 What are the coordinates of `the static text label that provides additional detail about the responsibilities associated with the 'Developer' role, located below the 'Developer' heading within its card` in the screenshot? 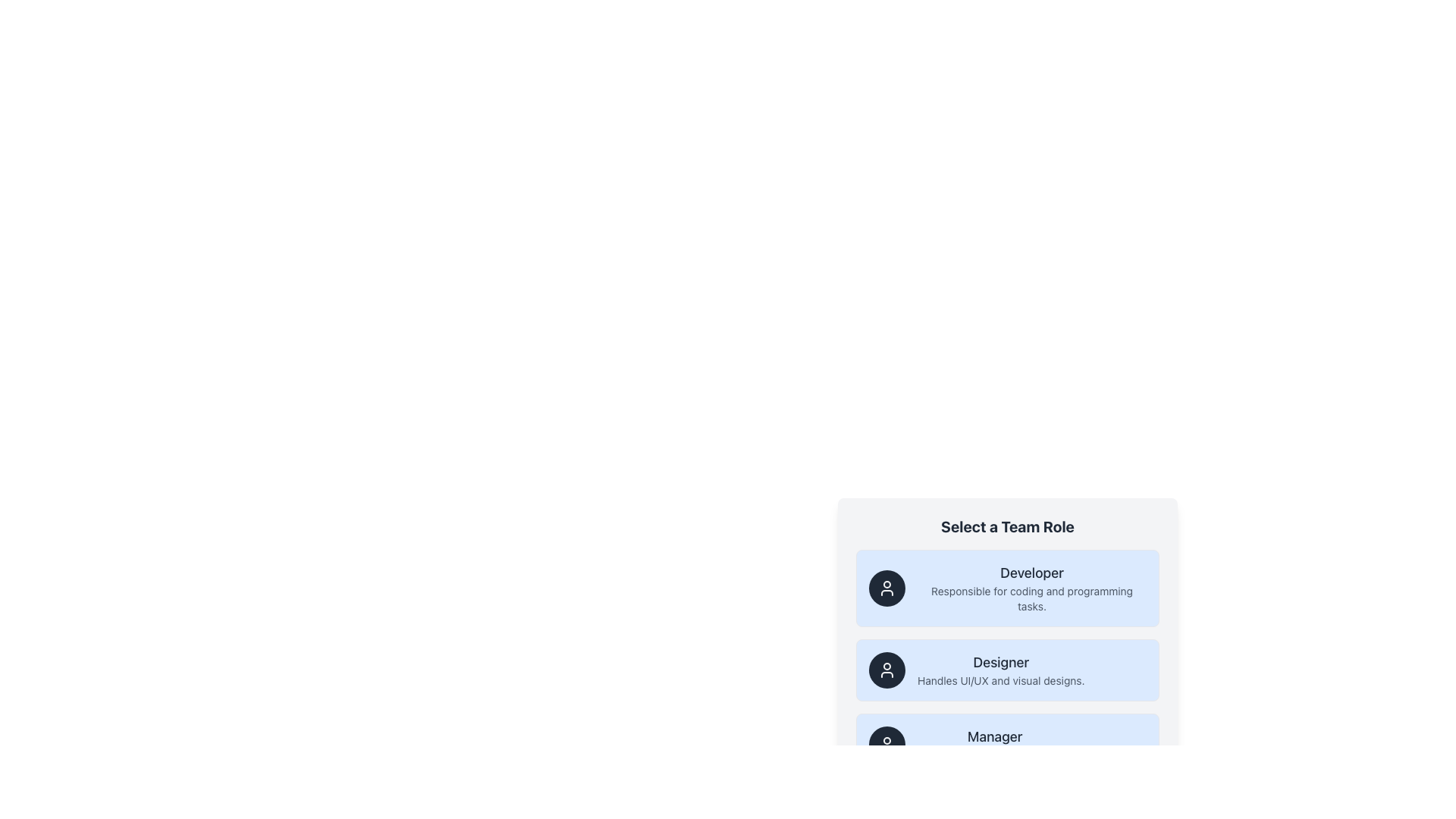 It's located at (1031, 598).